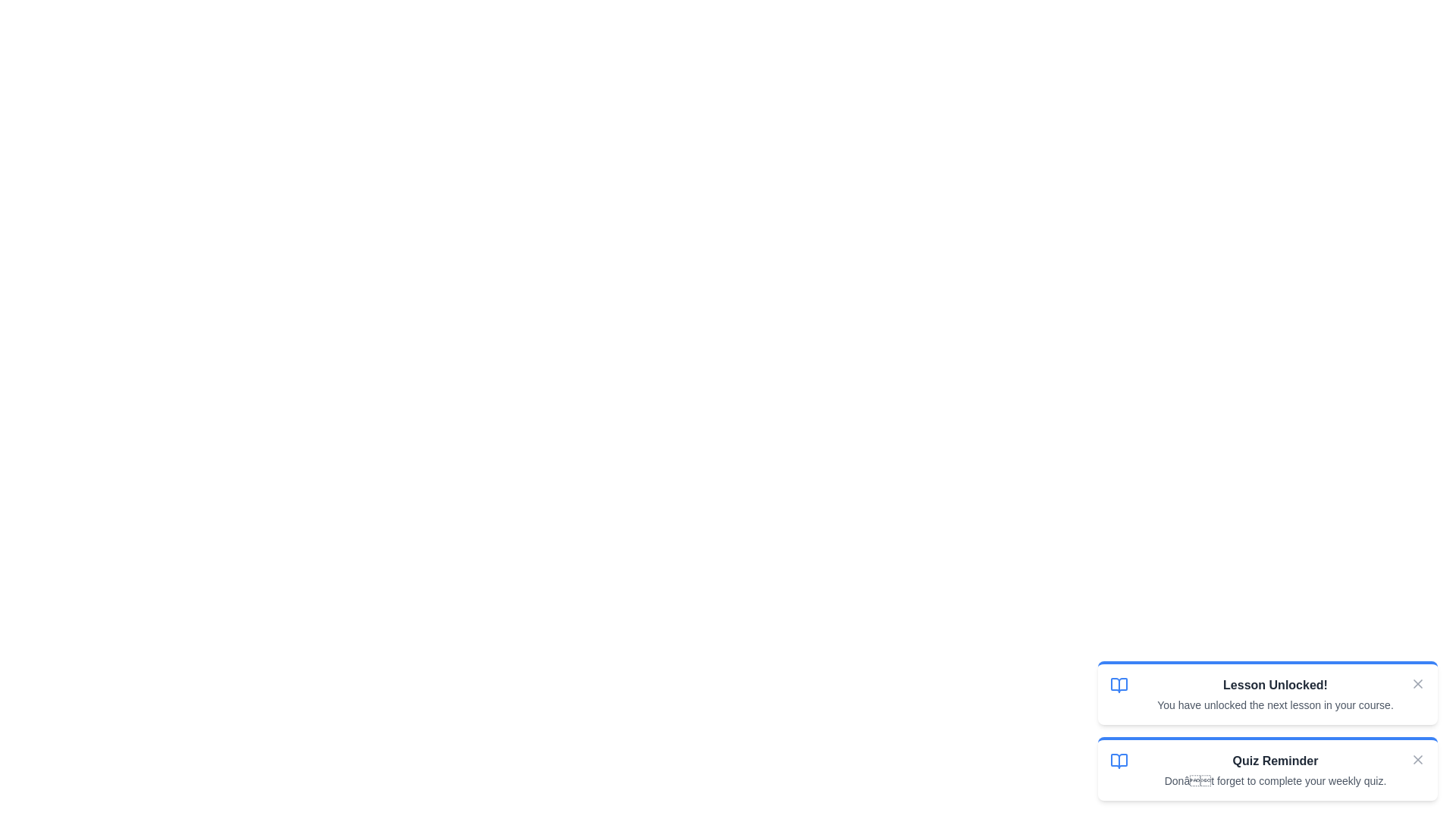 The image size is (1456, 819). Describe the element at coordinates (1417, 684) in the screenshot. I see `close button of the notification with title Lesson Unlocked!` at that location.